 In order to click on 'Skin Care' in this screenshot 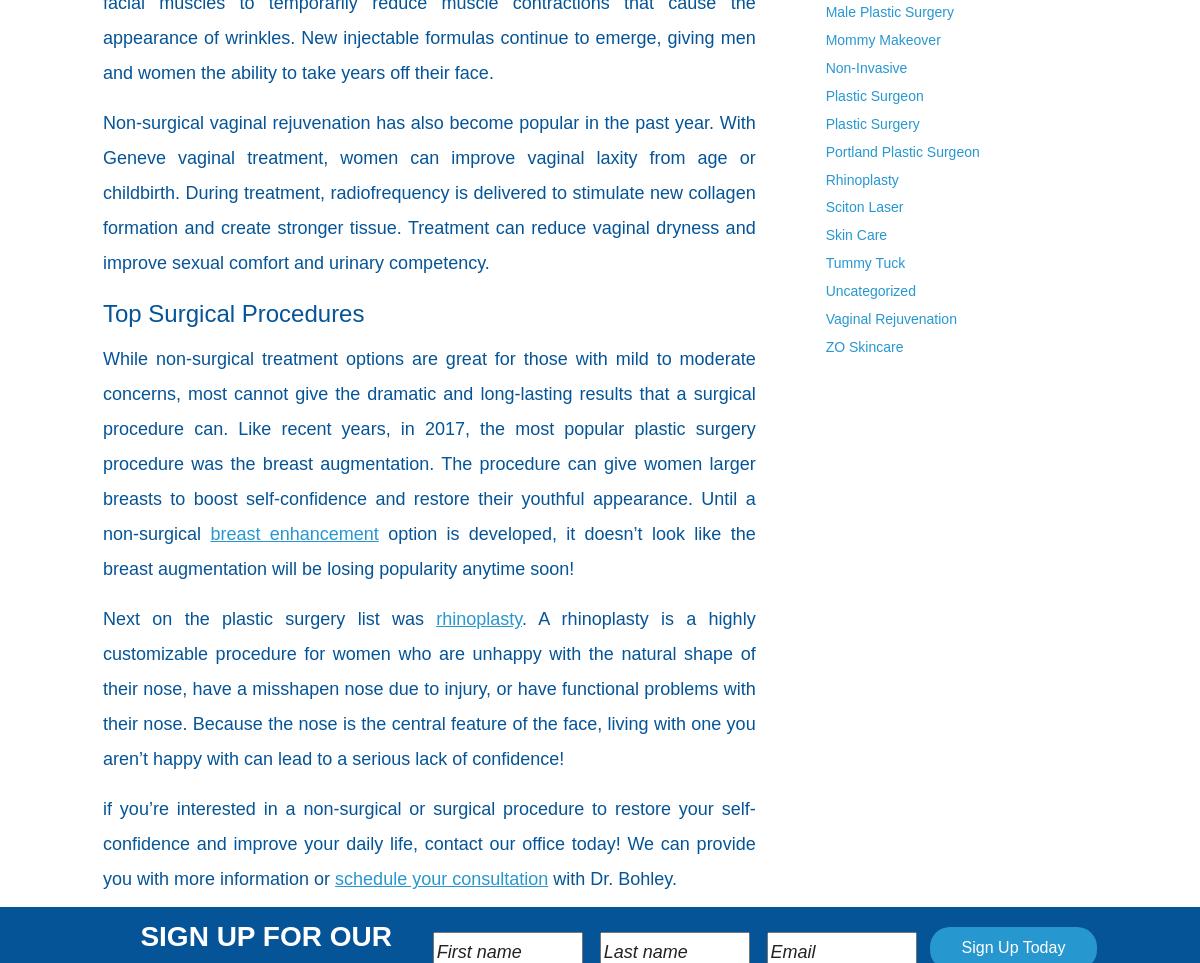, I will do `click(824, 234)`.